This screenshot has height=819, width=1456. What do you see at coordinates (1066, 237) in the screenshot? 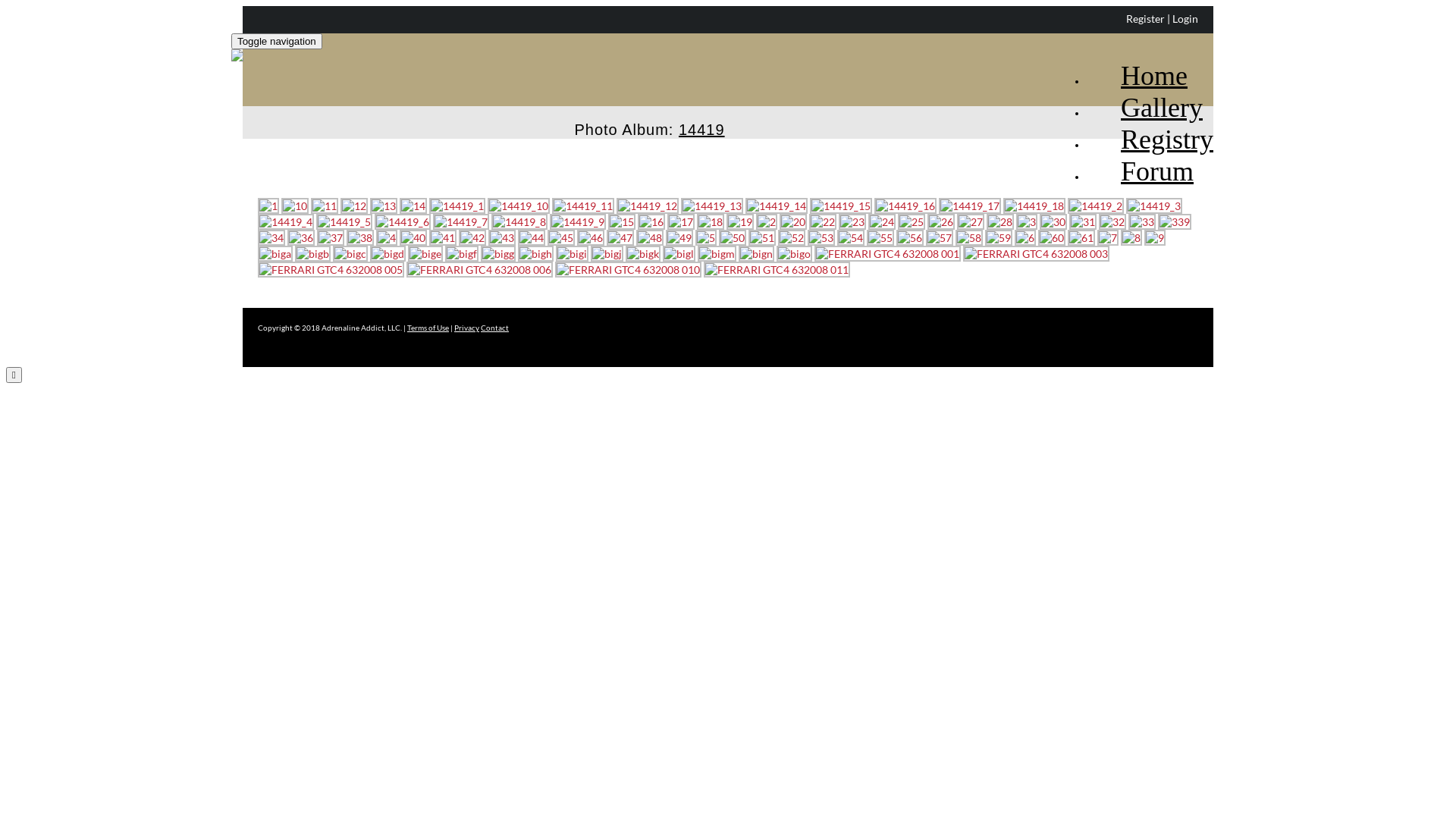
I see `'61 (click to enlarge)'` at bounding box center [1066, 237].